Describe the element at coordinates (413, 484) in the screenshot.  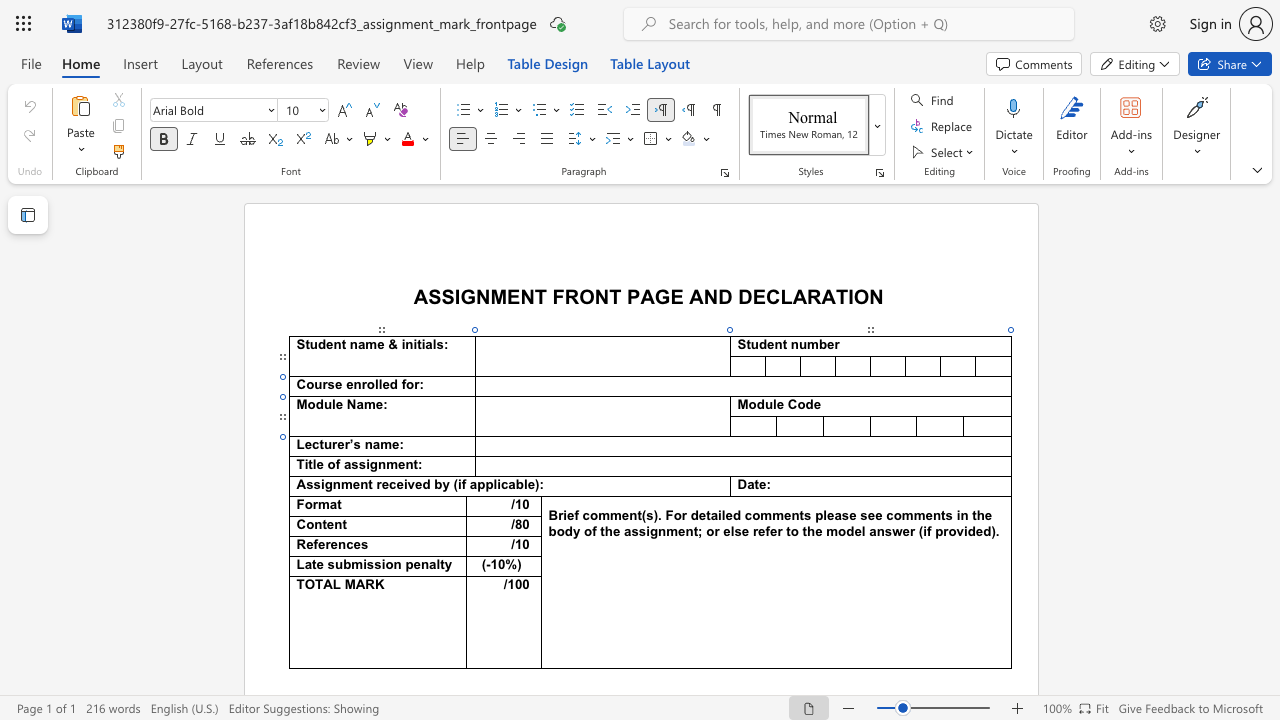
I see `the space between the continuous character "v" and "e" in the text` at that location.